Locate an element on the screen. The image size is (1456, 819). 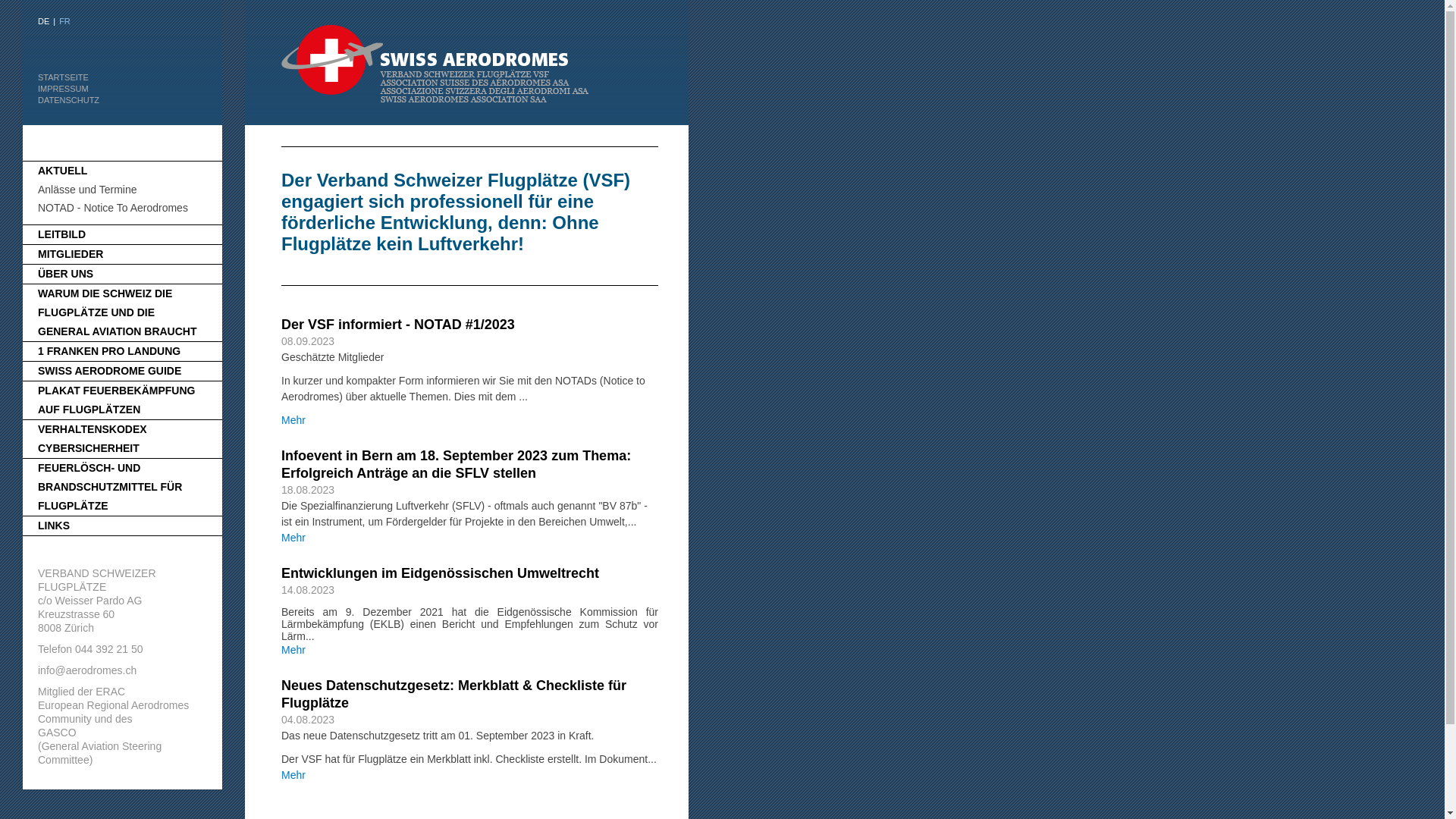
'1 FRANKEN PRO LANDUNG' is located at coordinates (108, 350).